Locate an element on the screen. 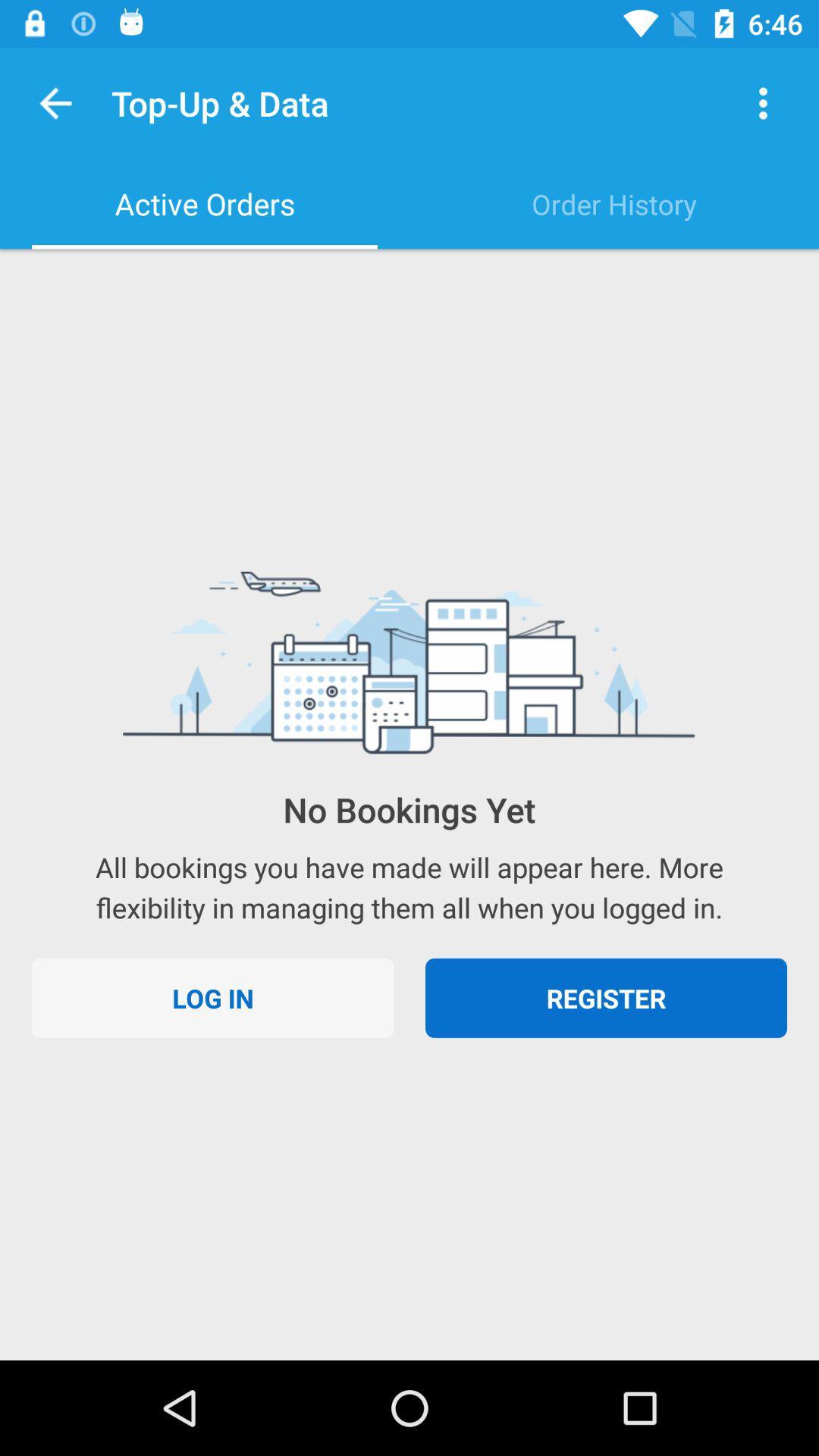 The width and height of the screenshot is (819, 1456). the item next to register is located at coordinates (212, 998).